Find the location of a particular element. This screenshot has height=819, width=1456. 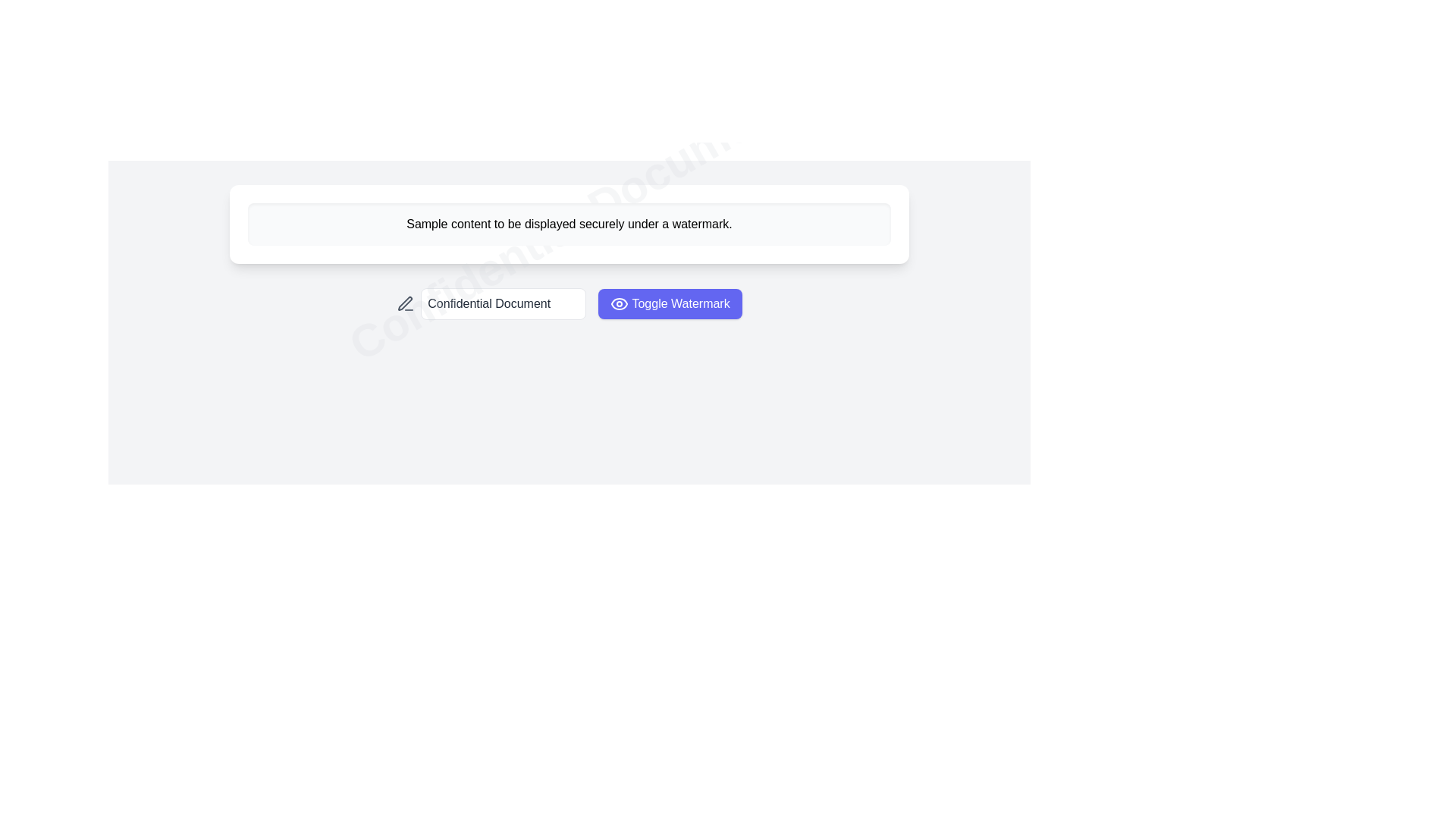

the eye-shaped icon integrated into the 'Toggle Watermark' button, which has a vibrant indigo background and rounded corners is located at coordinates (620, 304).